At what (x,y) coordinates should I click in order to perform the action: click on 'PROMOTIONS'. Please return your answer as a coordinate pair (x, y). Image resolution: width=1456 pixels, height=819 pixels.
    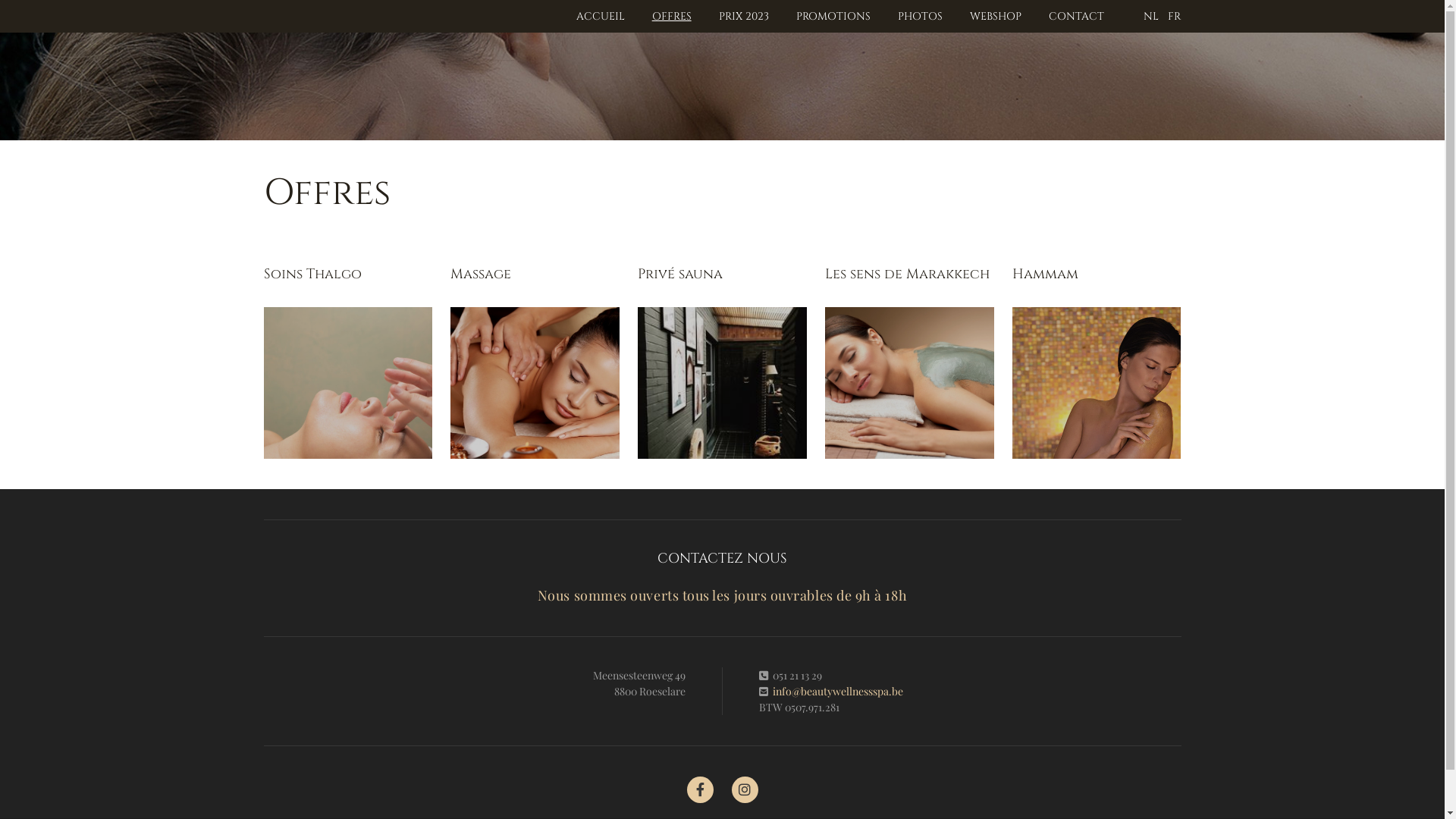
    Looking at the image, I should click on (833, 16).